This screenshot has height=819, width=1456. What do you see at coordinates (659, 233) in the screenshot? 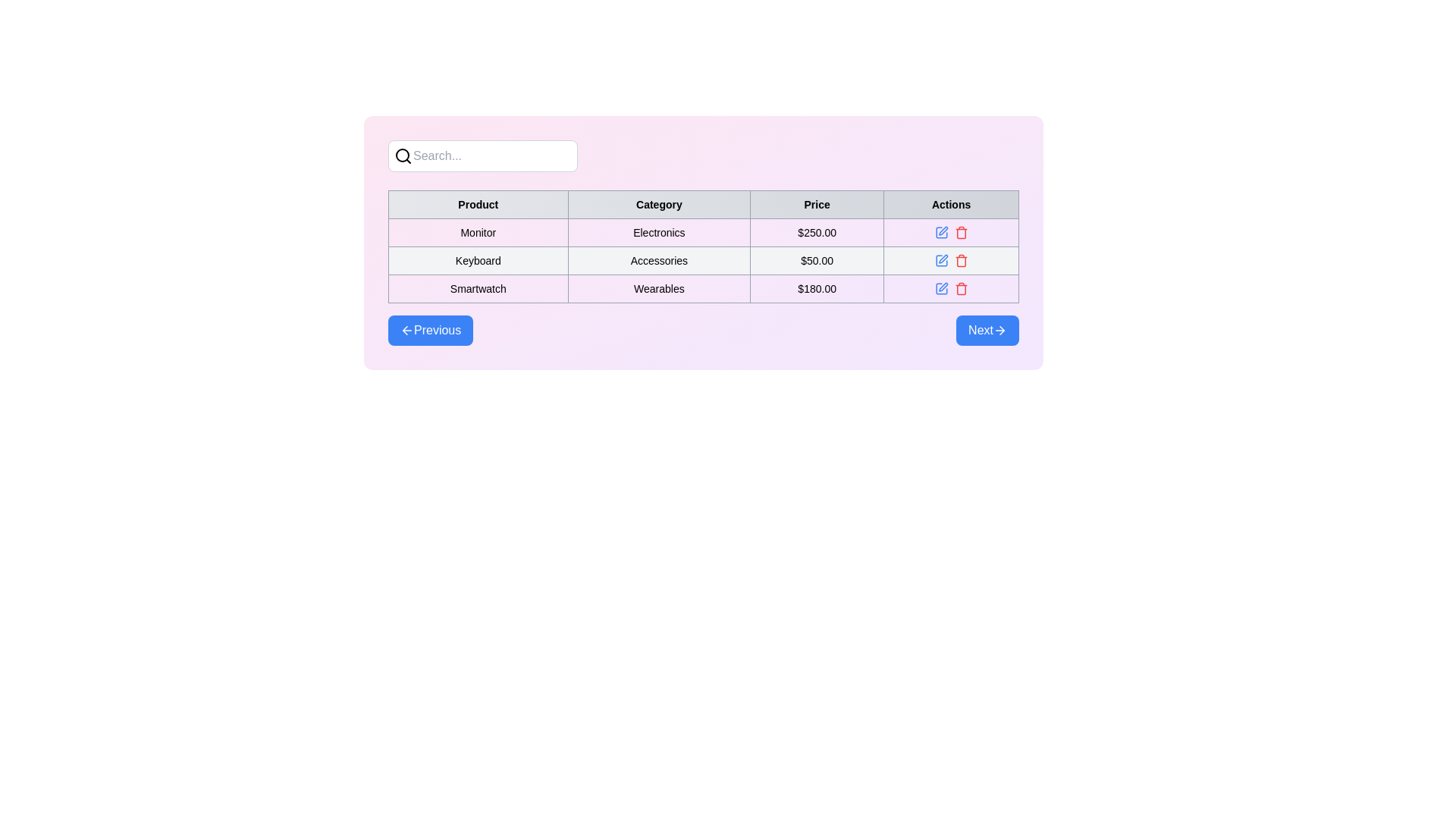
I see `the table cell in the first row, second column, containing the text 'Electronics', which is adjacent to 'Monitor'` at bounding box center [659, 233].